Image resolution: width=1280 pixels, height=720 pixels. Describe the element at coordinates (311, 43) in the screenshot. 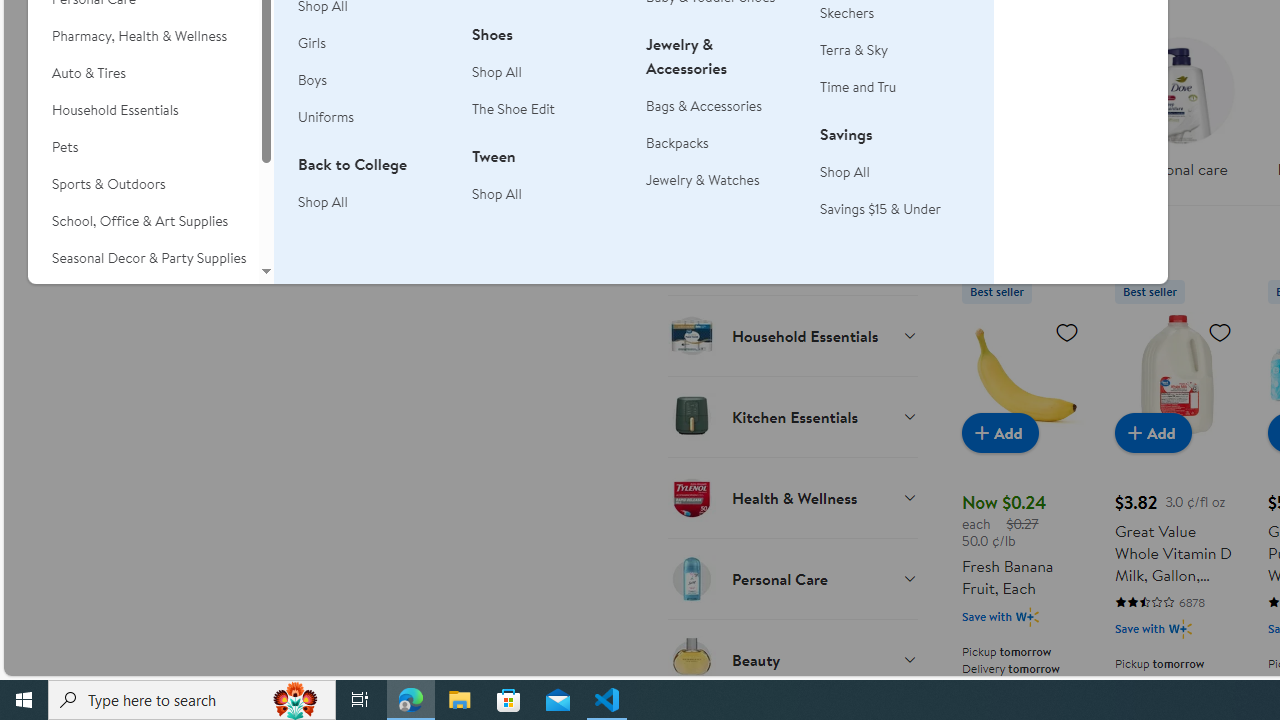

I see `'Girls'` at that location.